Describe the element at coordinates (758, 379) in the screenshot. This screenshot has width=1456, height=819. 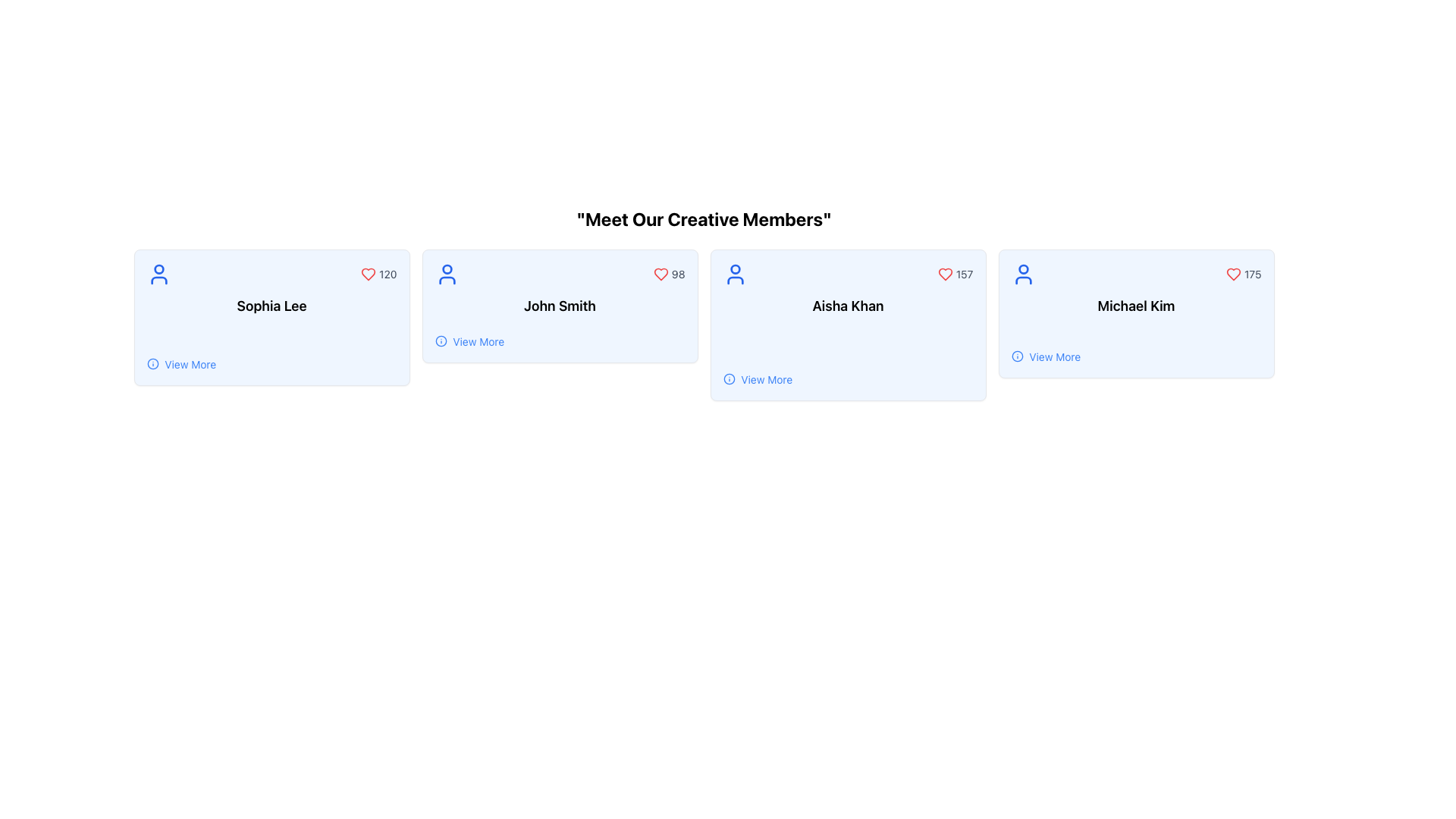
I see `the 'View More' button associated with 'Aisha Khan' to underline the text` at that location.